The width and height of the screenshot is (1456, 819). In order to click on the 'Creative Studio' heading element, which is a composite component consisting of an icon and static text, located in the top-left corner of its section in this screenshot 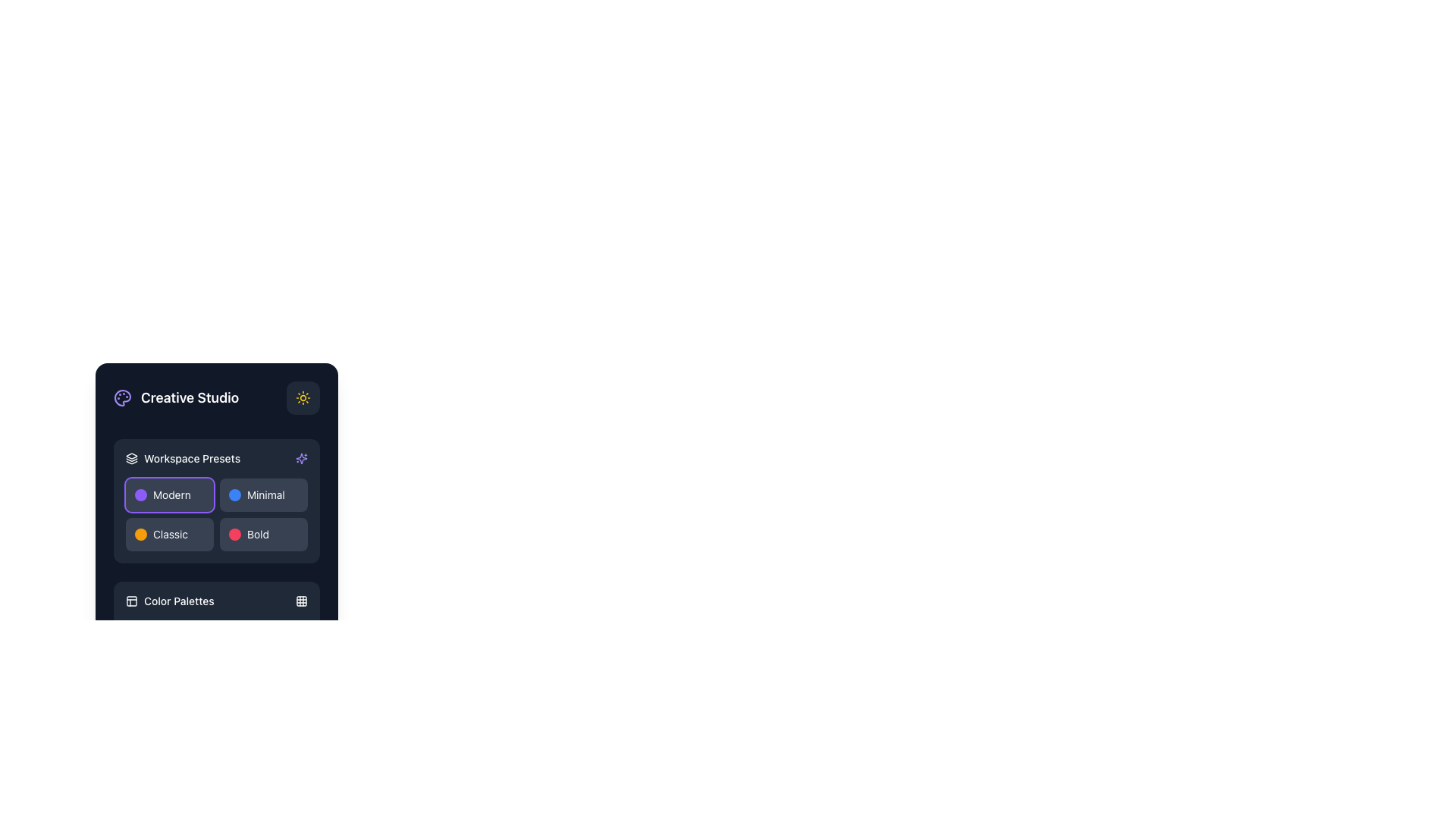, I will do `click(176, 397)`.